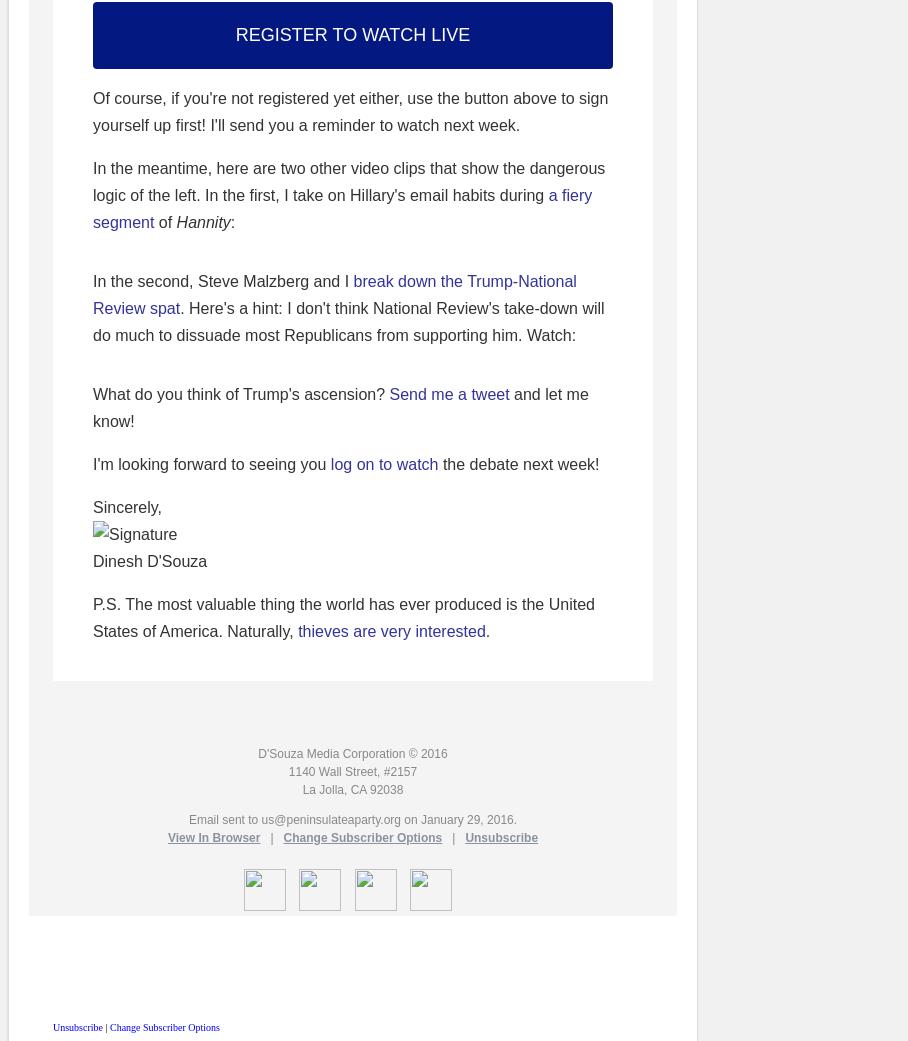 The image size is (908, 1041). Describe the element at coordinates (239, 394) in the screenshot. I see `'What do you think of Trump's ascension?'` at that location.